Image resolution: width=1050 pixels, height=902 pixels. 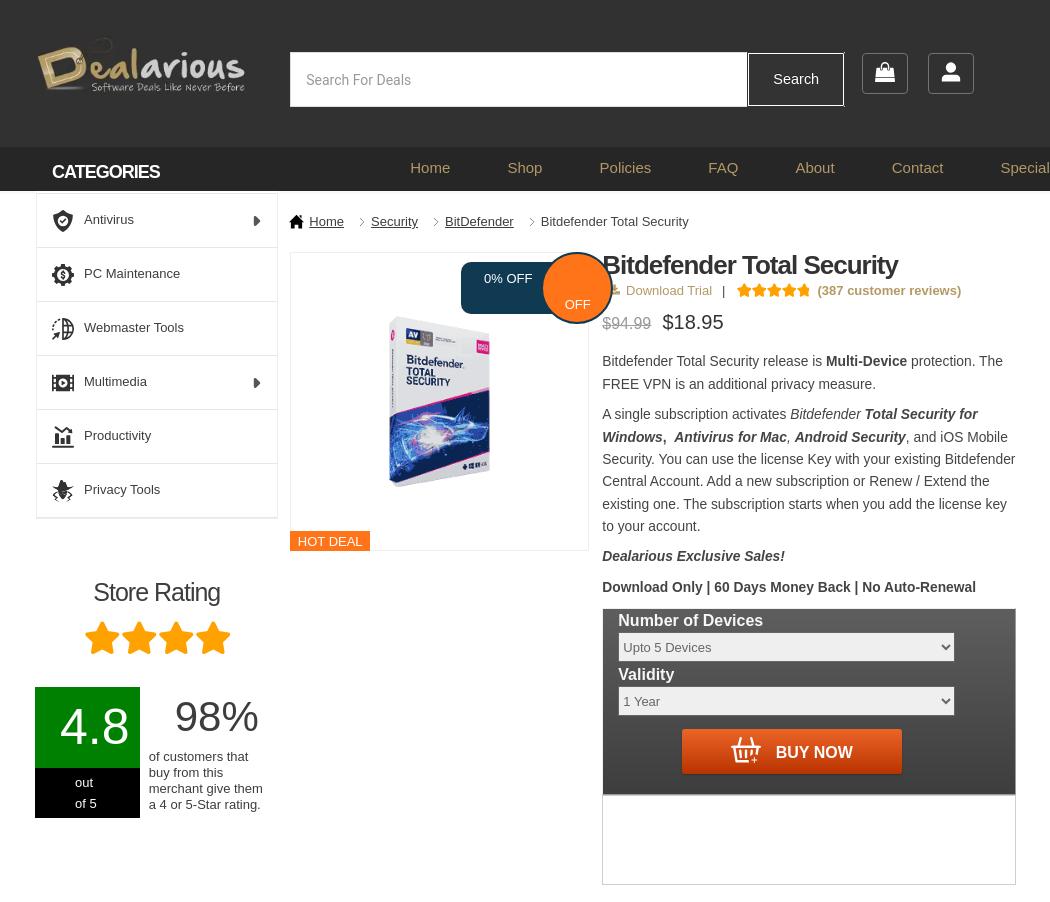 What do you see at coordinates (94, 727) in the screenshot?
I see `'4.8'` at bounding box center [94, 727].